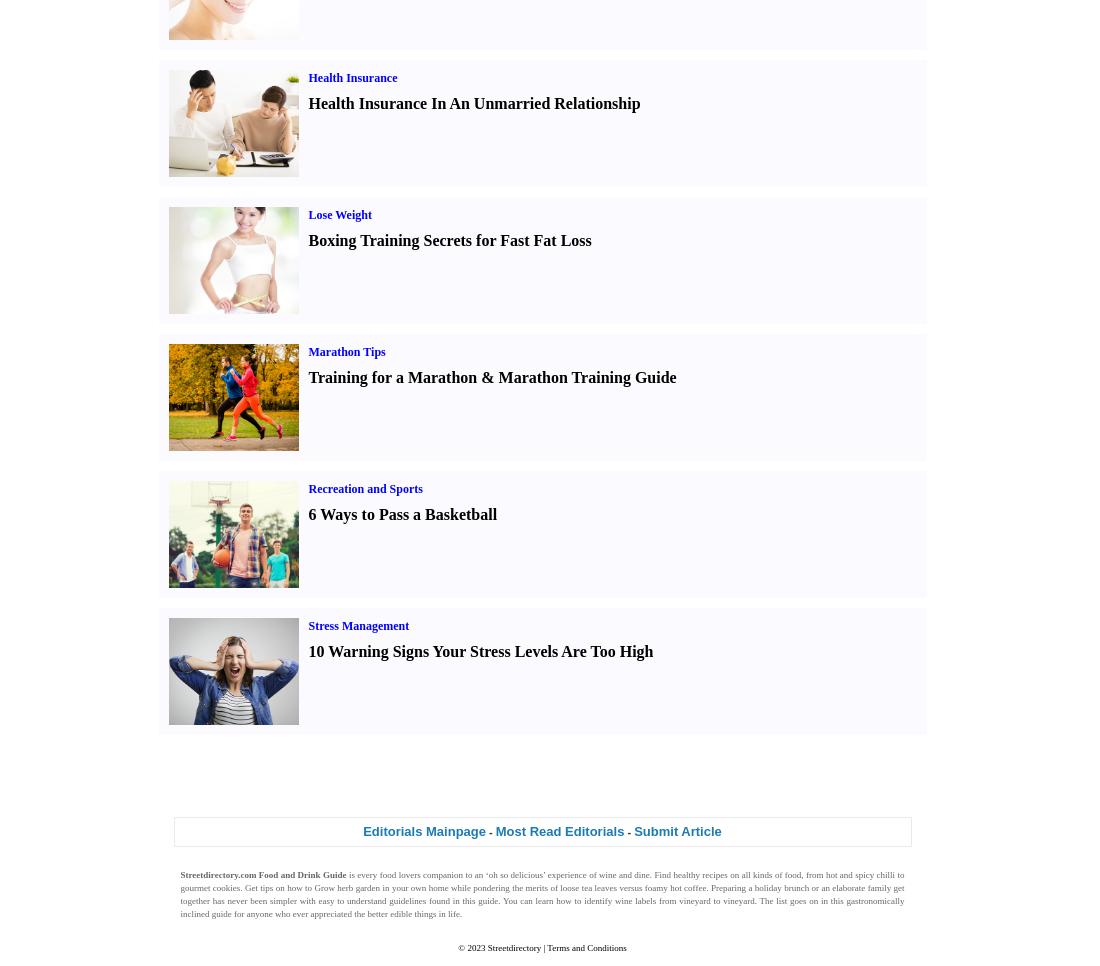 This screenshot has width=1100, height=966. What do you see at coordinates (298, 899) in the screenshot?
I see `'has never been simpler with easy to understand'` at bounding box center [298, 899].